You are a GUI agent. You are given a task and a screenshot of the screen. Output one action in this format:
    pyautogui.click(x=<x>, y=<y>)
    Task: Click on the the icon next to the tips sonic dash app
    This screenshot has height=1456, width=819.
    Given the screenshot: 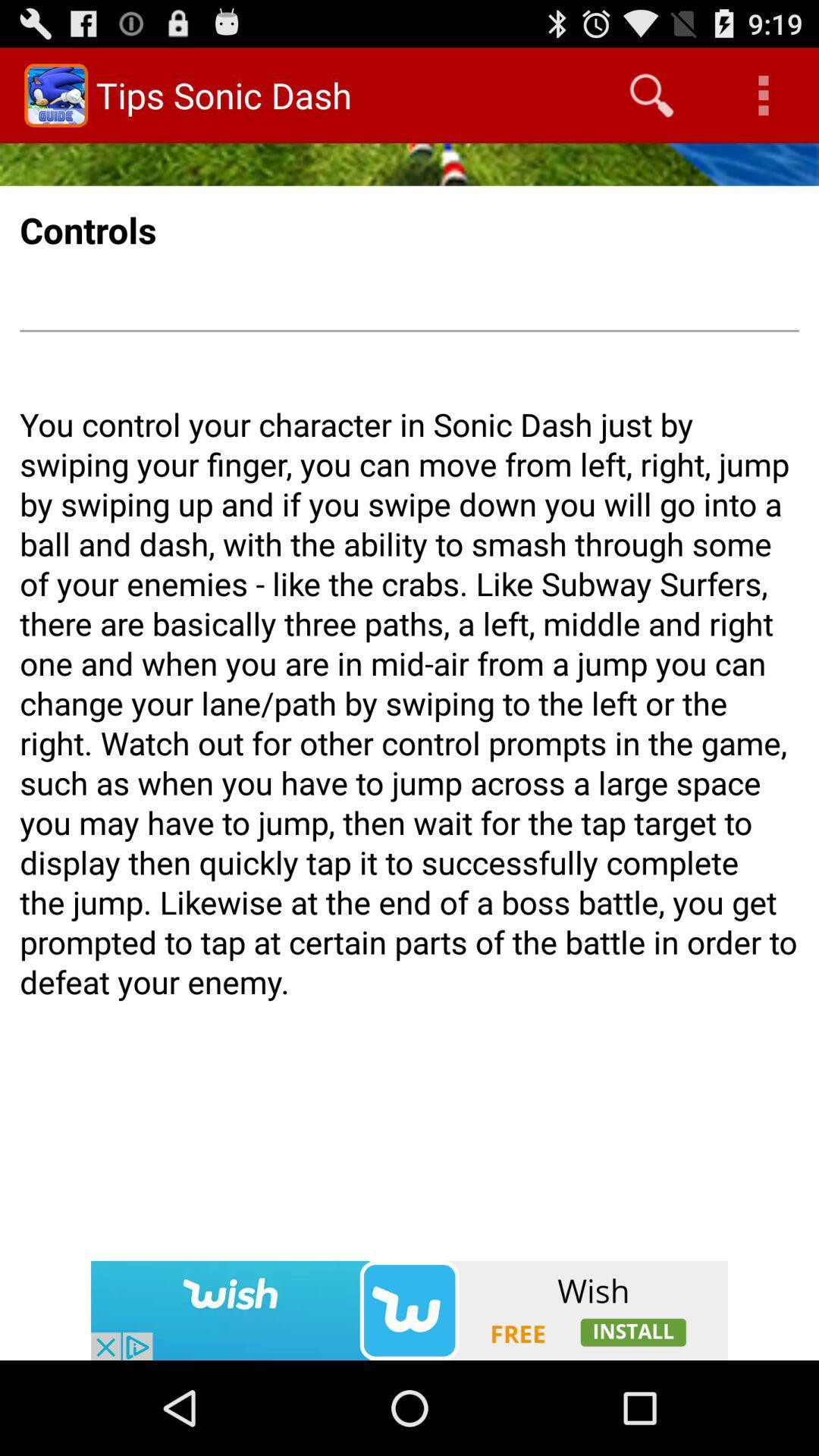 What is the action you would take?
    pyautogui.click(x=651, y=94)
    